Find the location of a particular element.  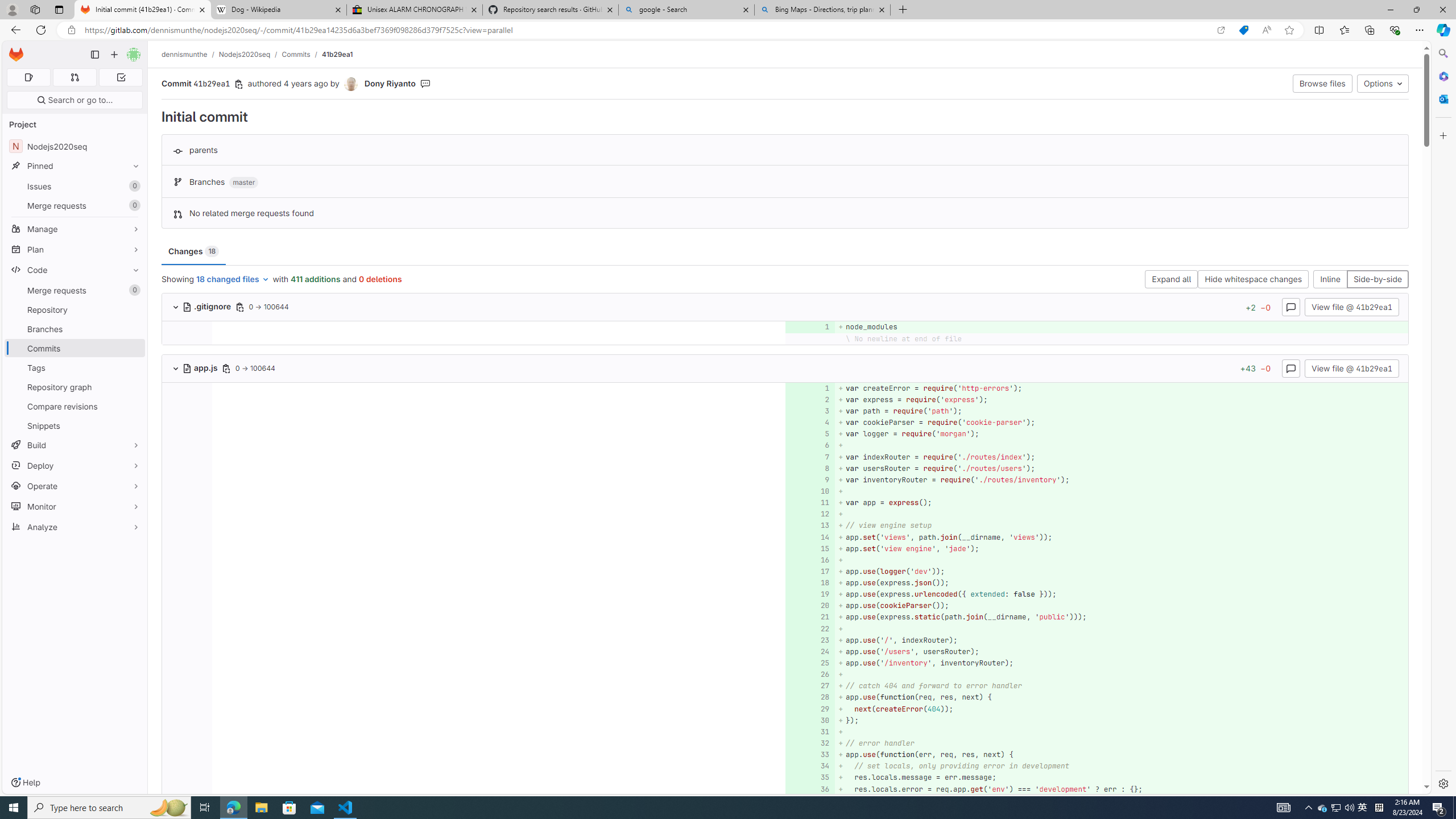

'Add a comment to this line 33' is located at coordinates (809, 754).